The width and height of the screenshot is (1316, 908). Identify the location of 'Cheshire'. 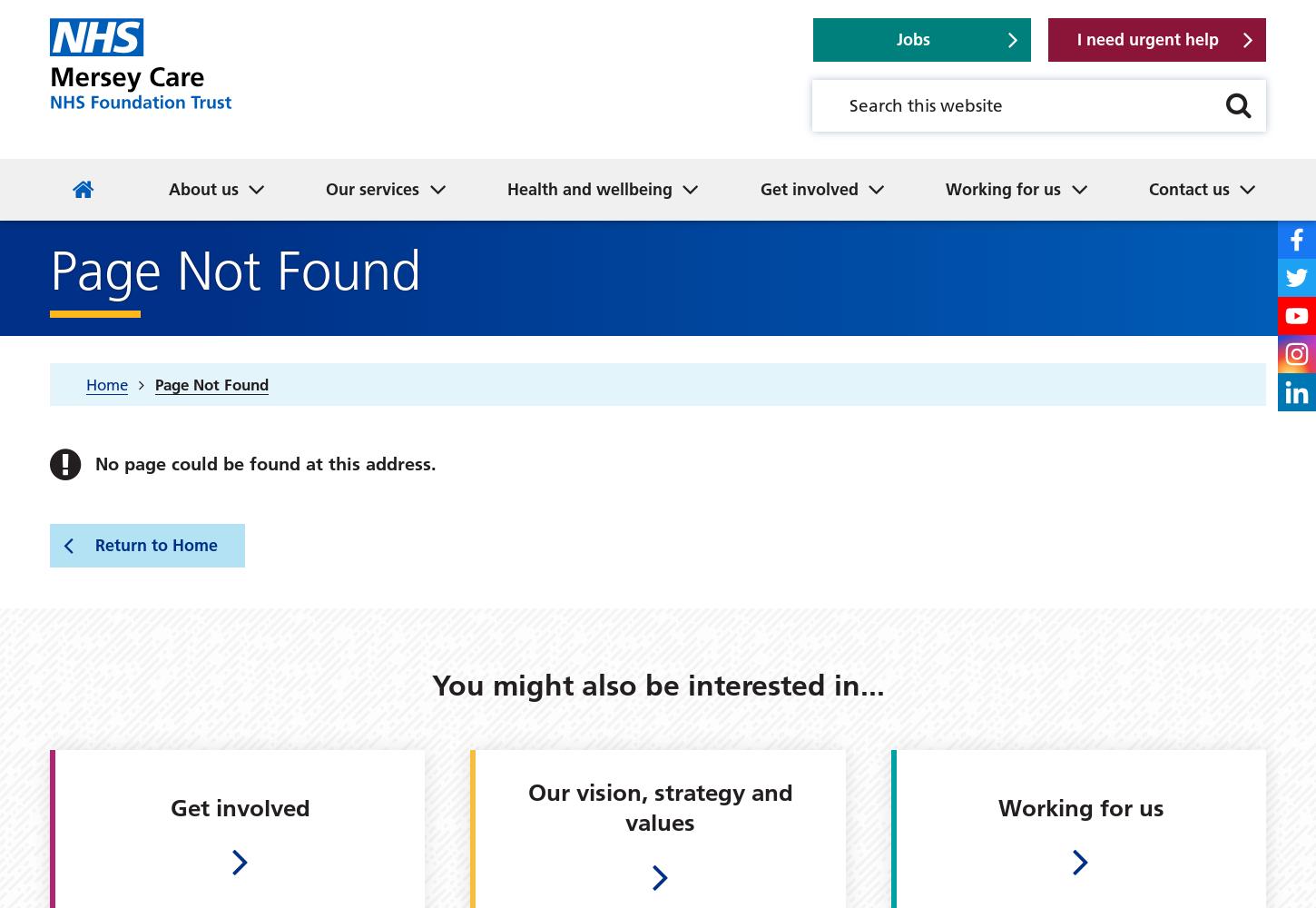
(546, 119).